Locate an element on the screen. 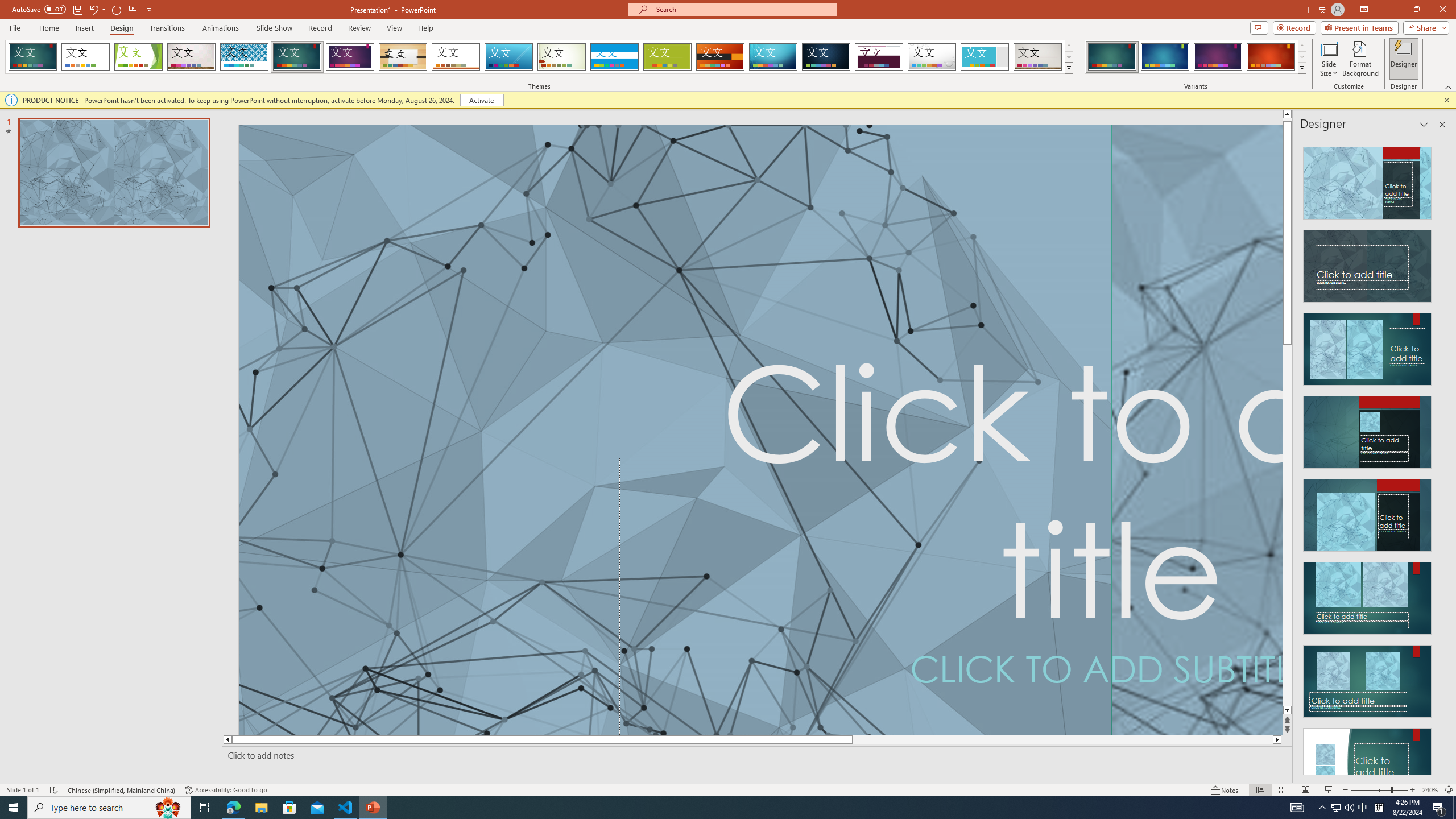  'Slide Sorter' is located at coordinates (1282, 790).